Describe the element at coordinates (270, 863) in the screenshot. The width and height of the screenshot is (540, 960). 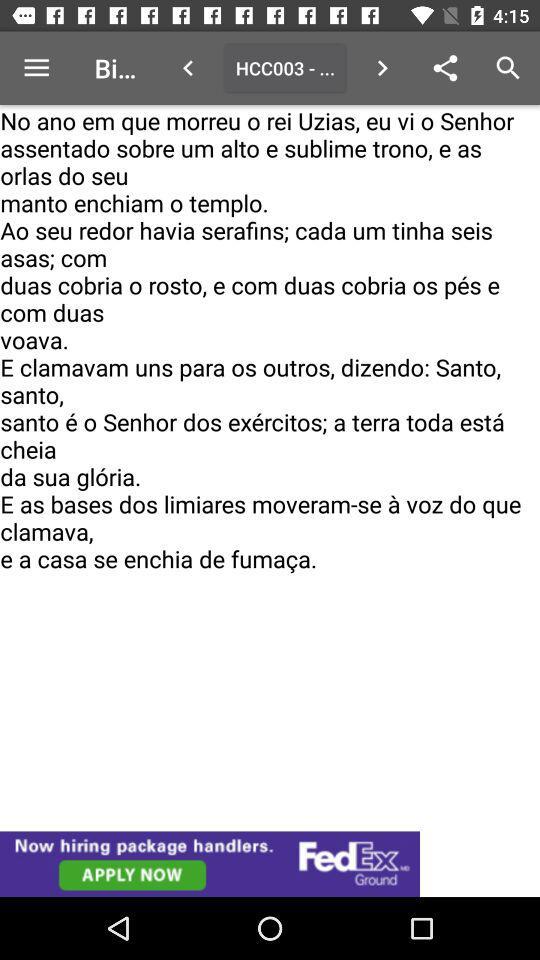
I see `open advertisement` at that location.